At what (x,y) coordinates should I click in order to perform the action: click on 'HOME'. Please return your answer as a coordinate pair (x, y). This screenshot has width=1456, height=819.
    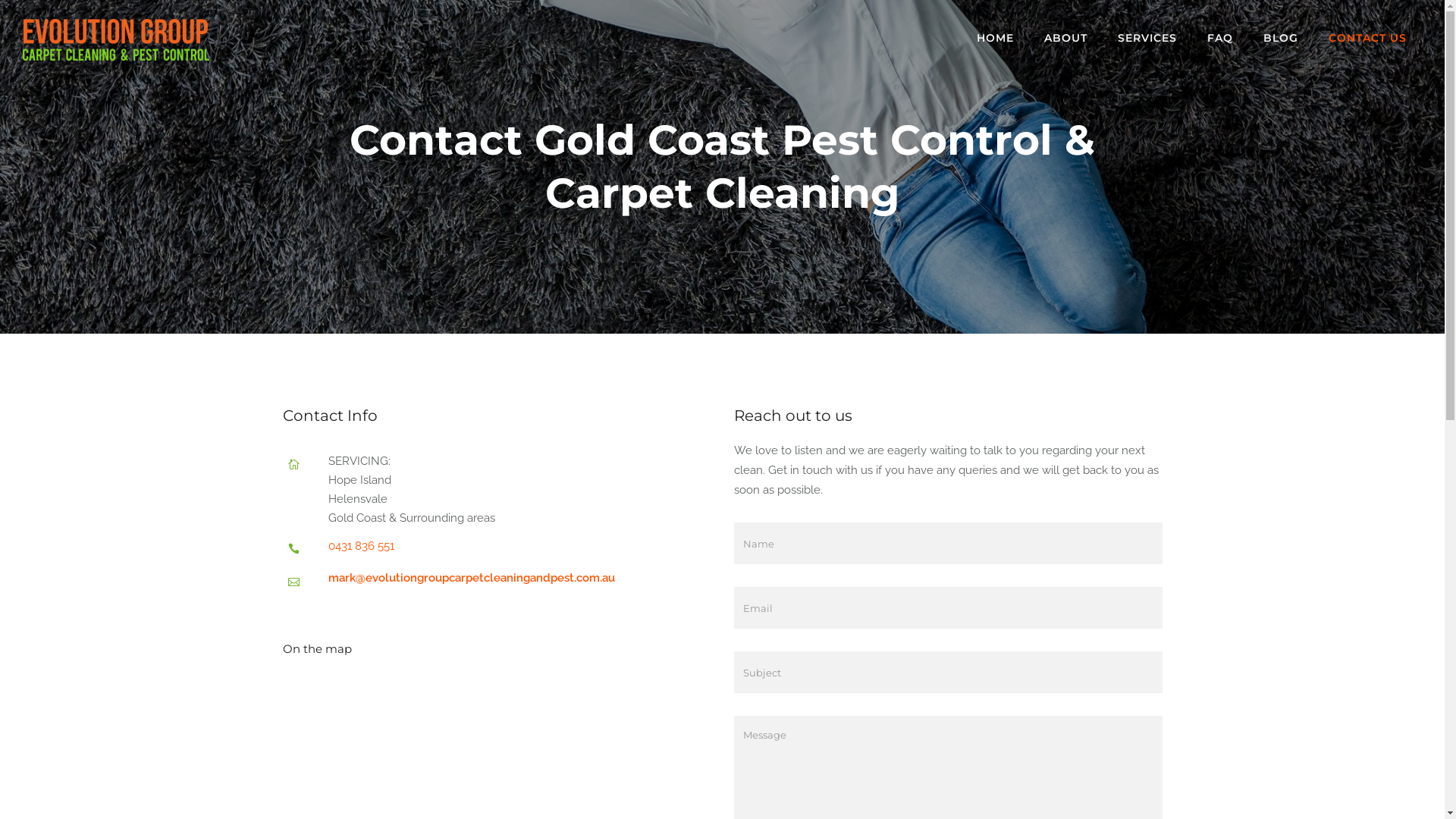
    Looking at the image, I should click on (995, 37).